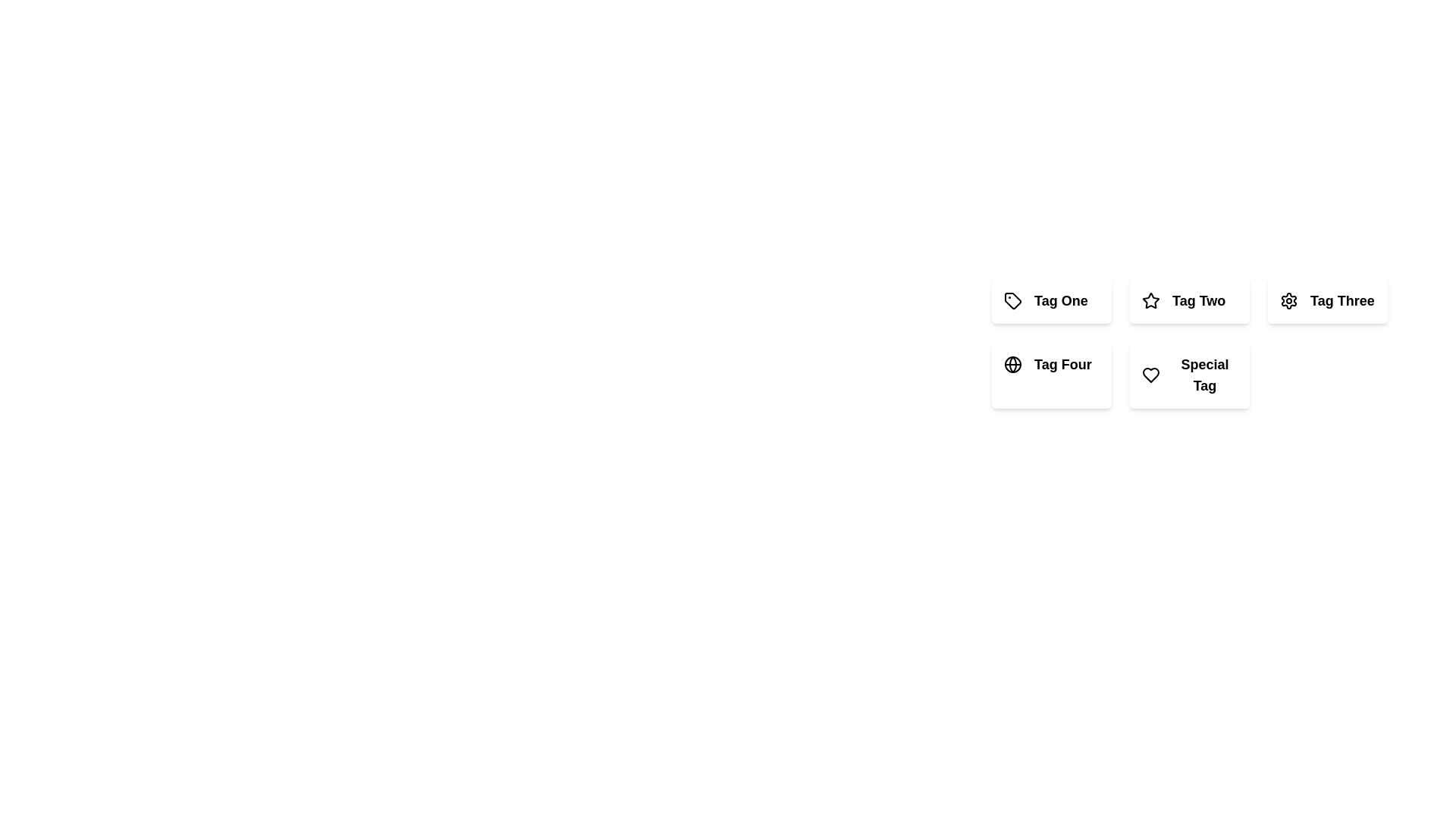 This screenshot has height=819, width=1456. Describe the element at coordinates (1012, 301) in the screenshot. I see `the icon that symbolizes the tag or category associated with 'Tag One'` at that location.